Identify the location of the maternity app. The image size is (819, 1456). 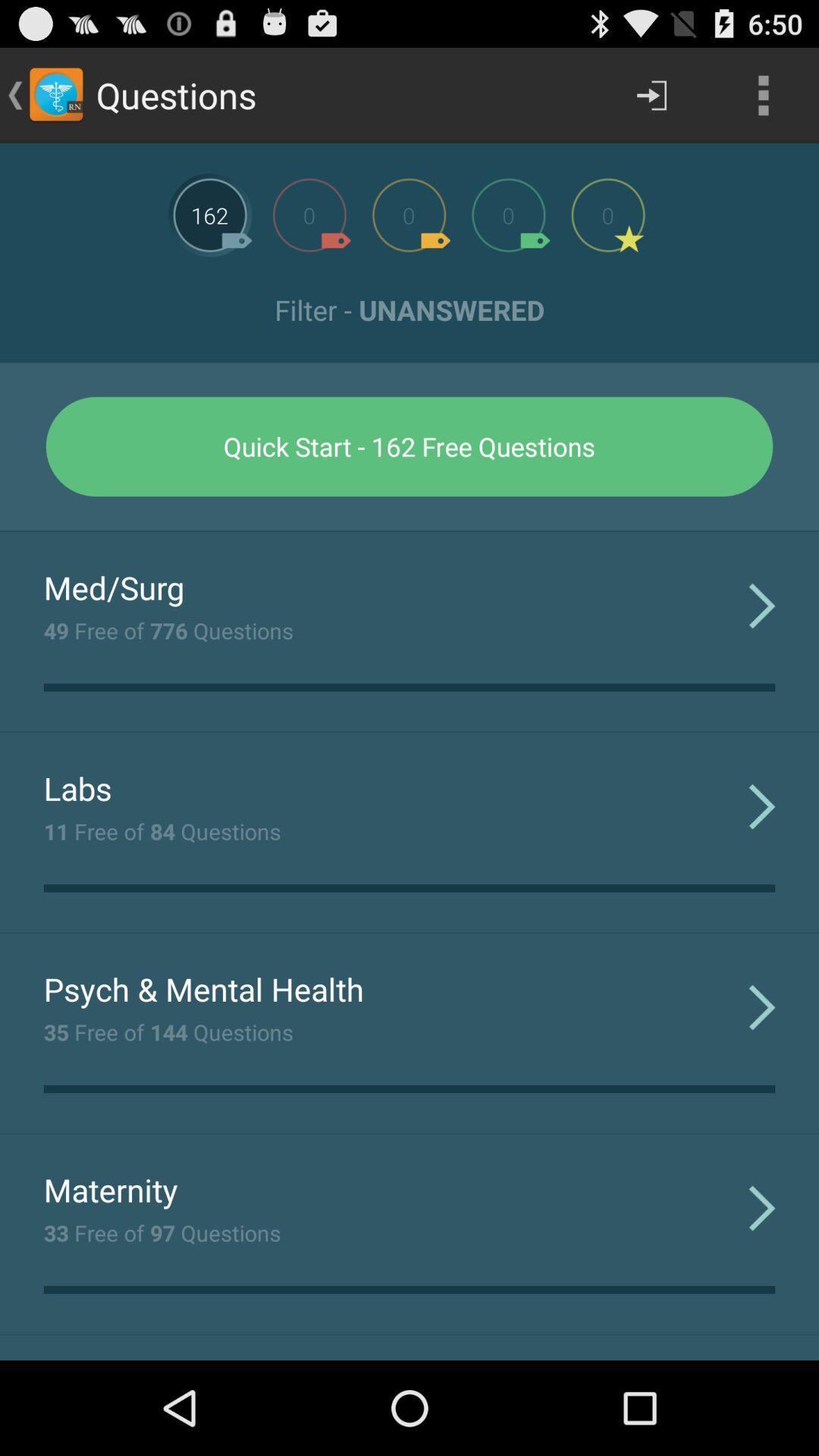
(110, 1189).